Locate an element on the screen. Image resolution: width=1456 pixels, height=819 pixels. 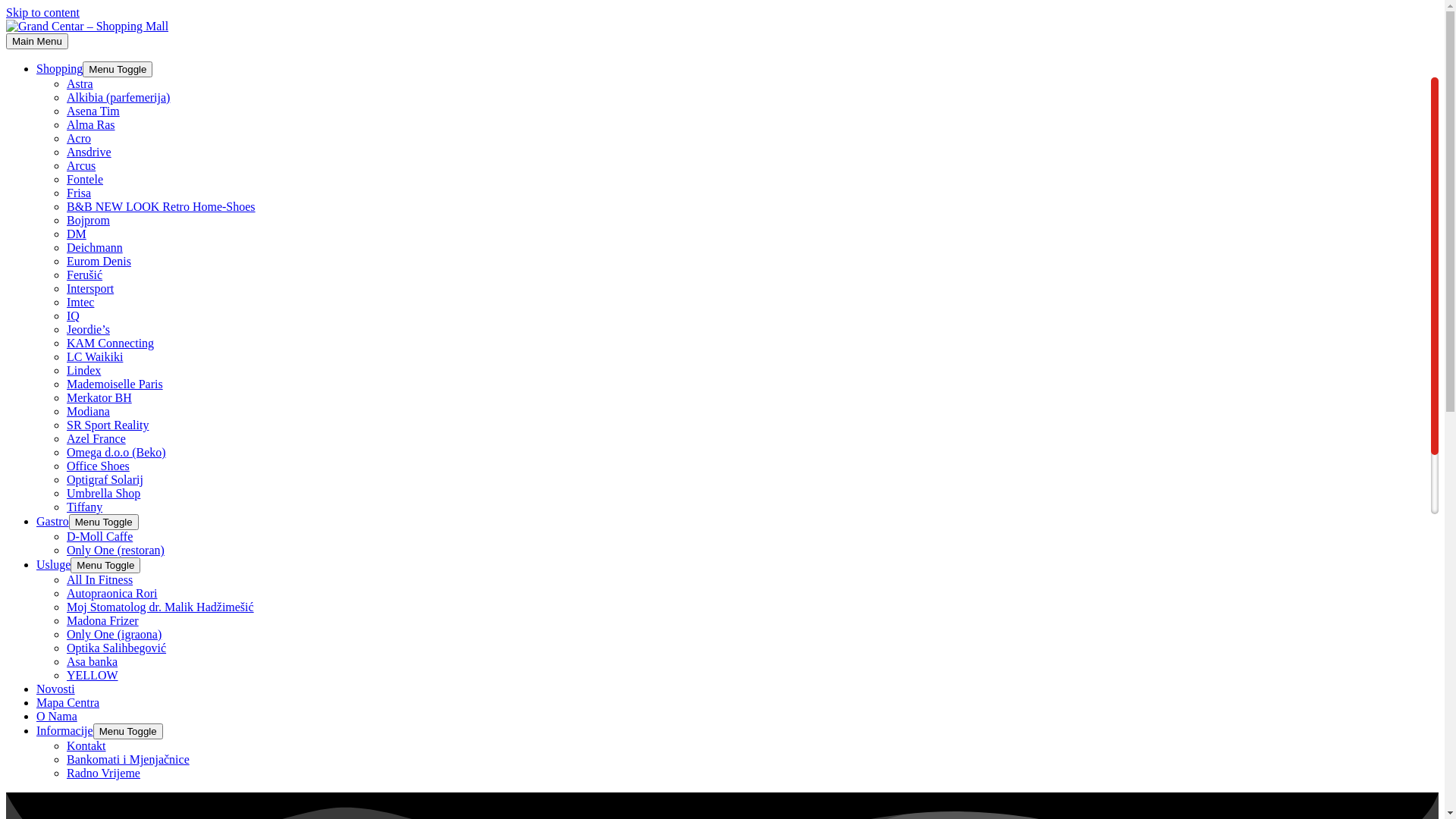
'Informacije' is located at coordinates (36, 730).